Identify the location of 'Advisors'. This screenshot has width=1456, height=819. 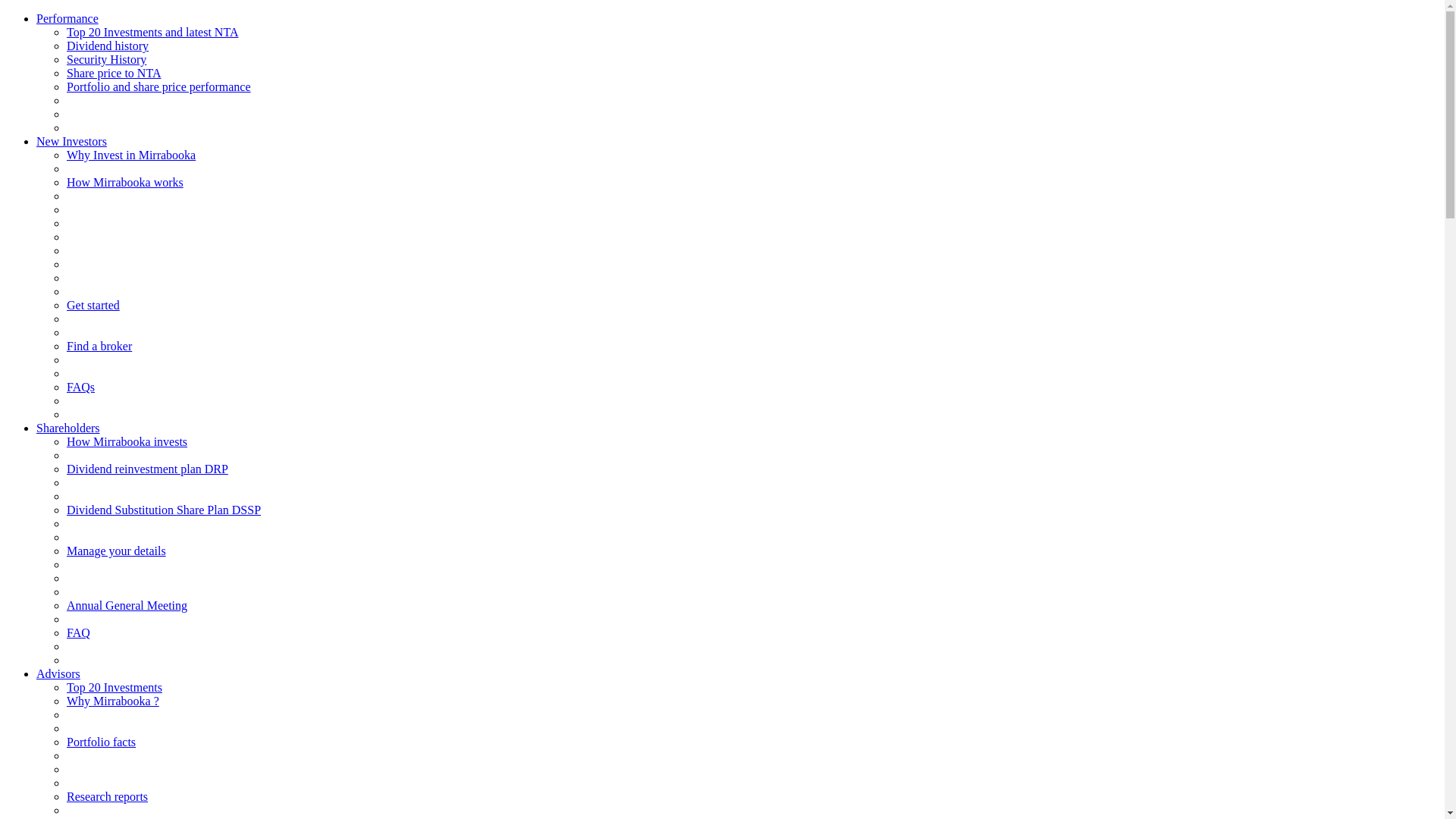
(58, 673).